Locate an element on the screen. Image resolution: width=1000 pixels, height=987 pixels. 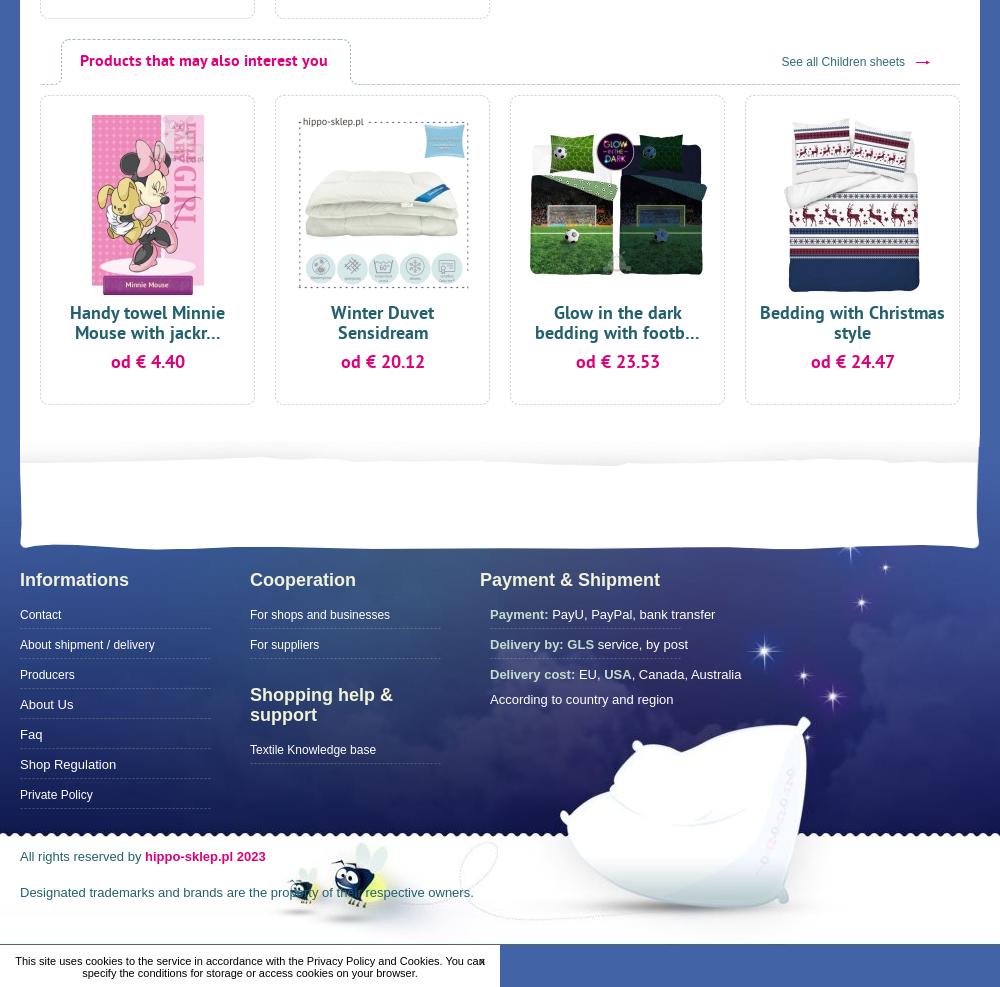
'All rights reserved by' is located at coordinates (81, 855).